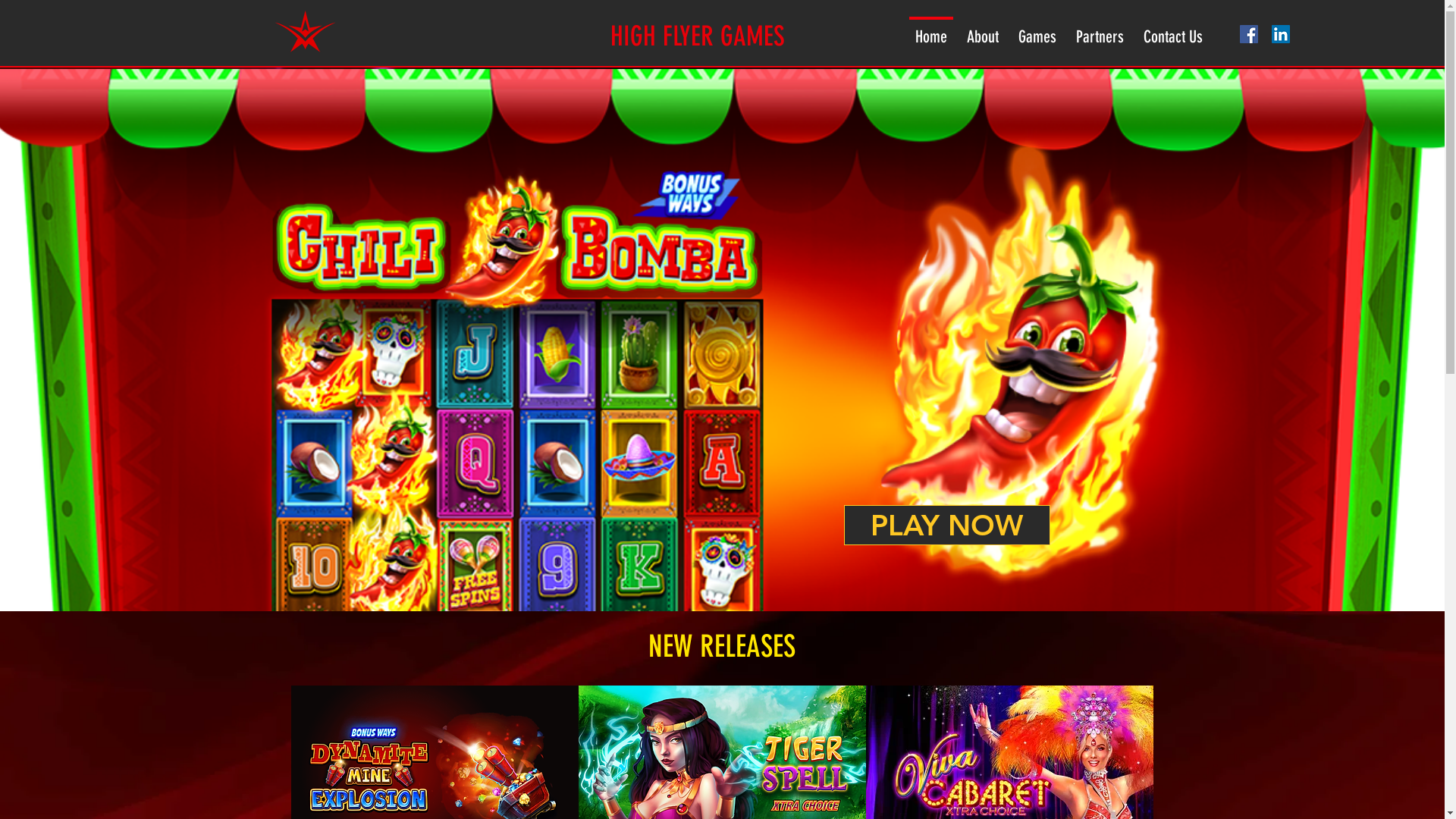 This screenshot has width=1456, height=819. What do you see at coordinates (1100, 30) in the screenshot?
I see `'Partners'` at bounding box center [1100, 30].